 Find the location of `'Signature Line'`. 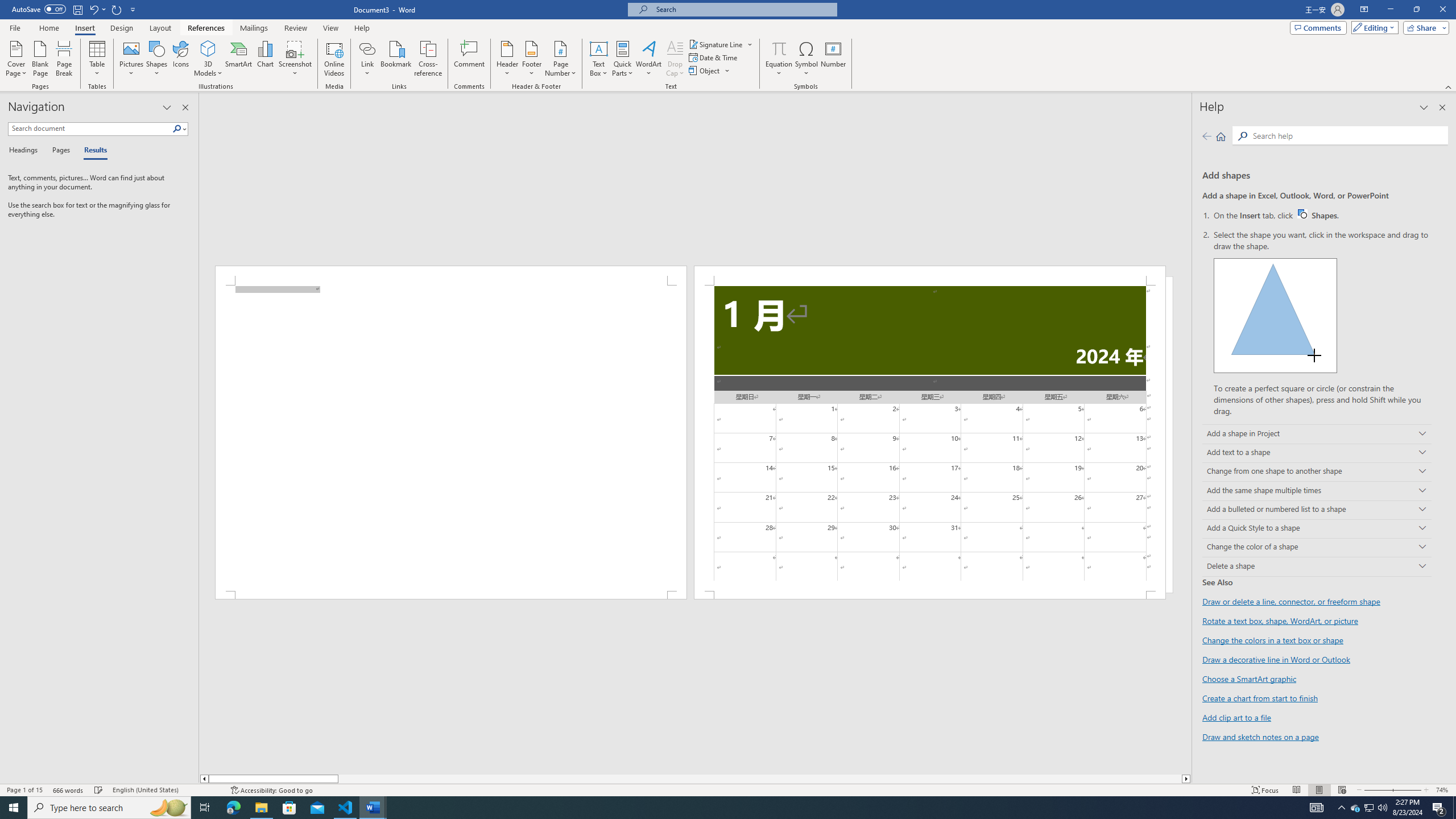

'Signature Line' is located at coordinates (721, 44).